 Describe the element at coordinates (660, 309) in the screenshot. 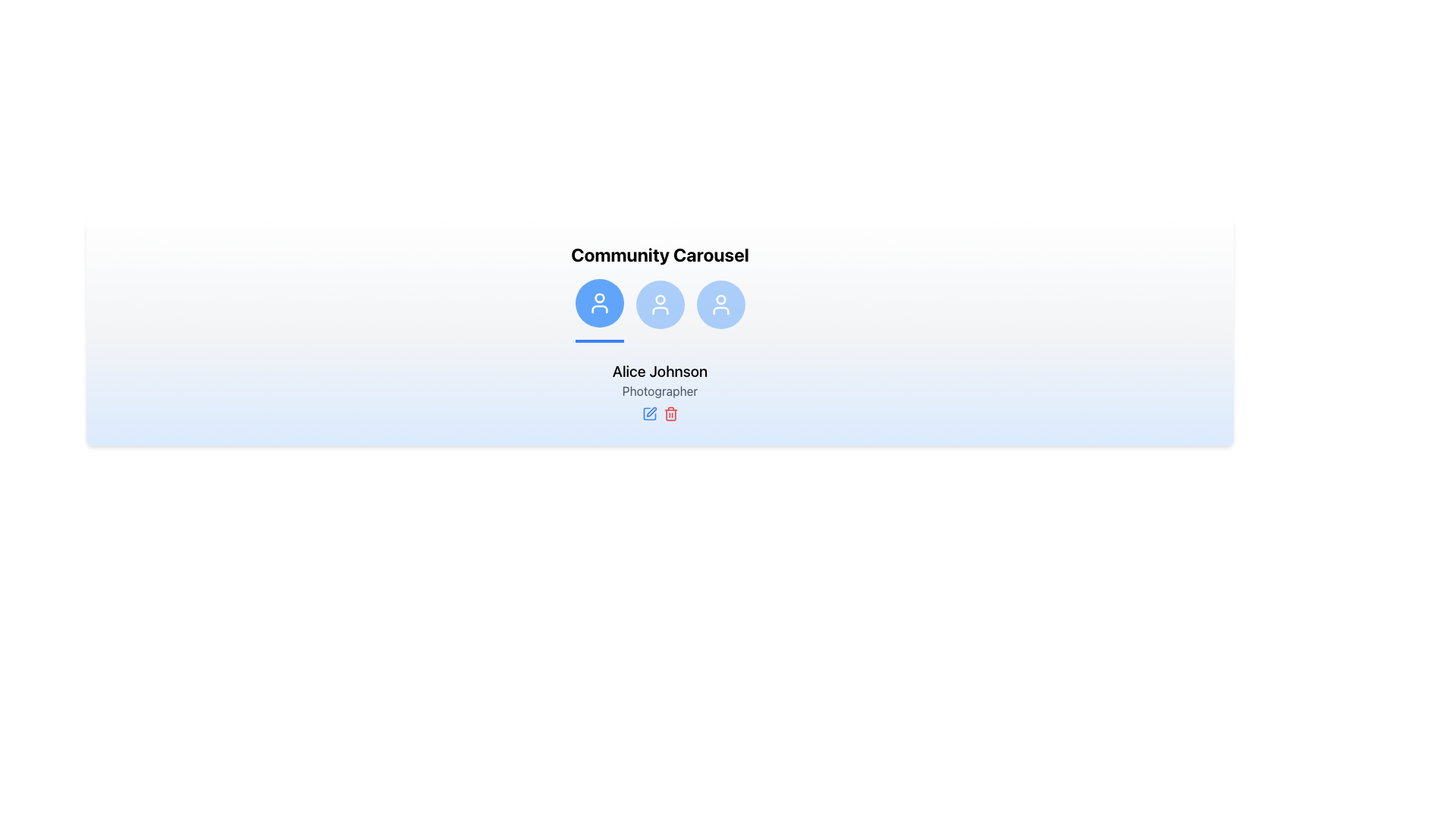

I see `the second circular icon in the Community Carousel, which represents a selectable user-related entity` at that location.